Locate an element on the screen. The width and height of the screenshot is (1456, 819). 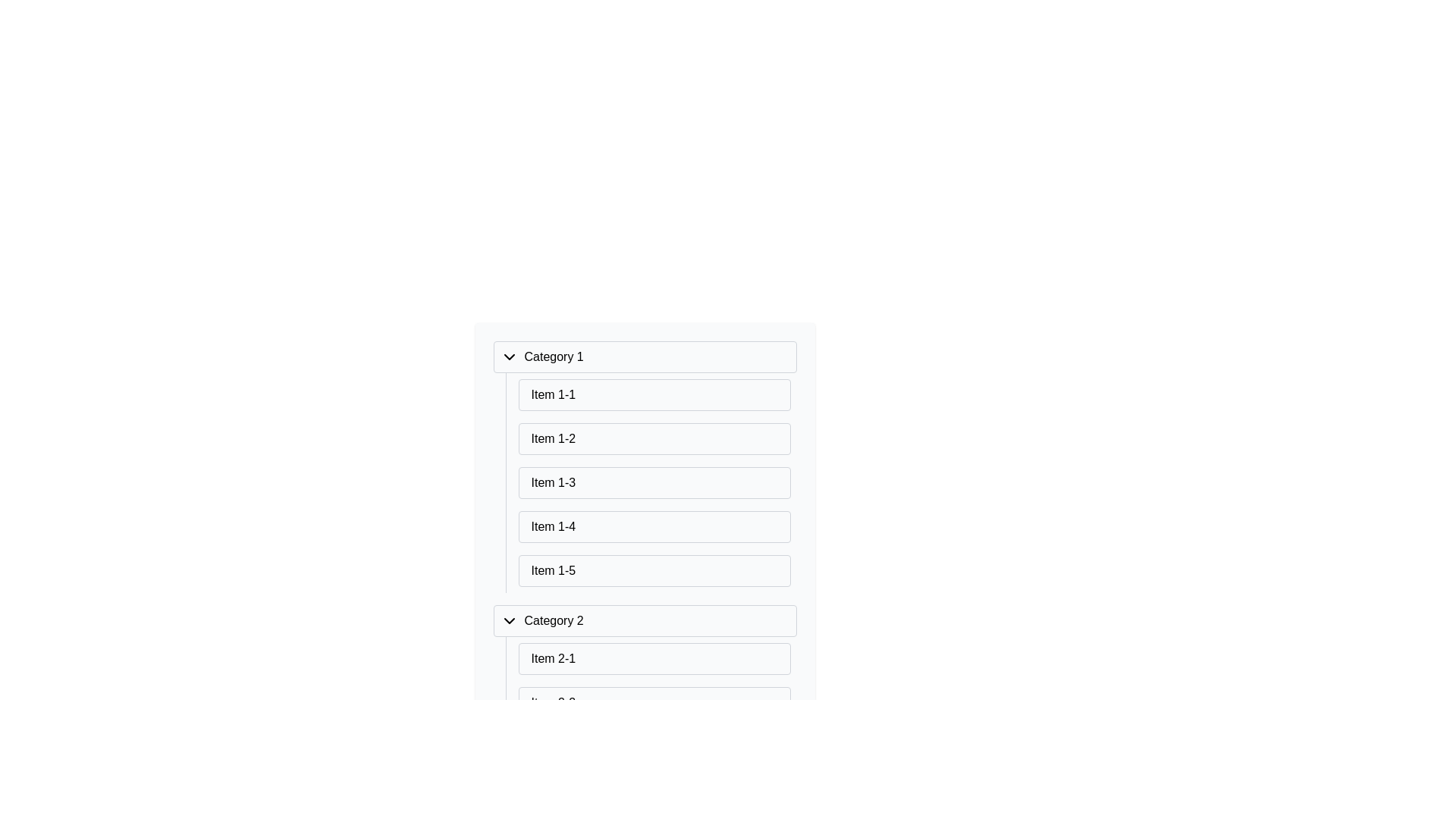
the second list item under 'Category 1' is located at coordinates (654, 438).